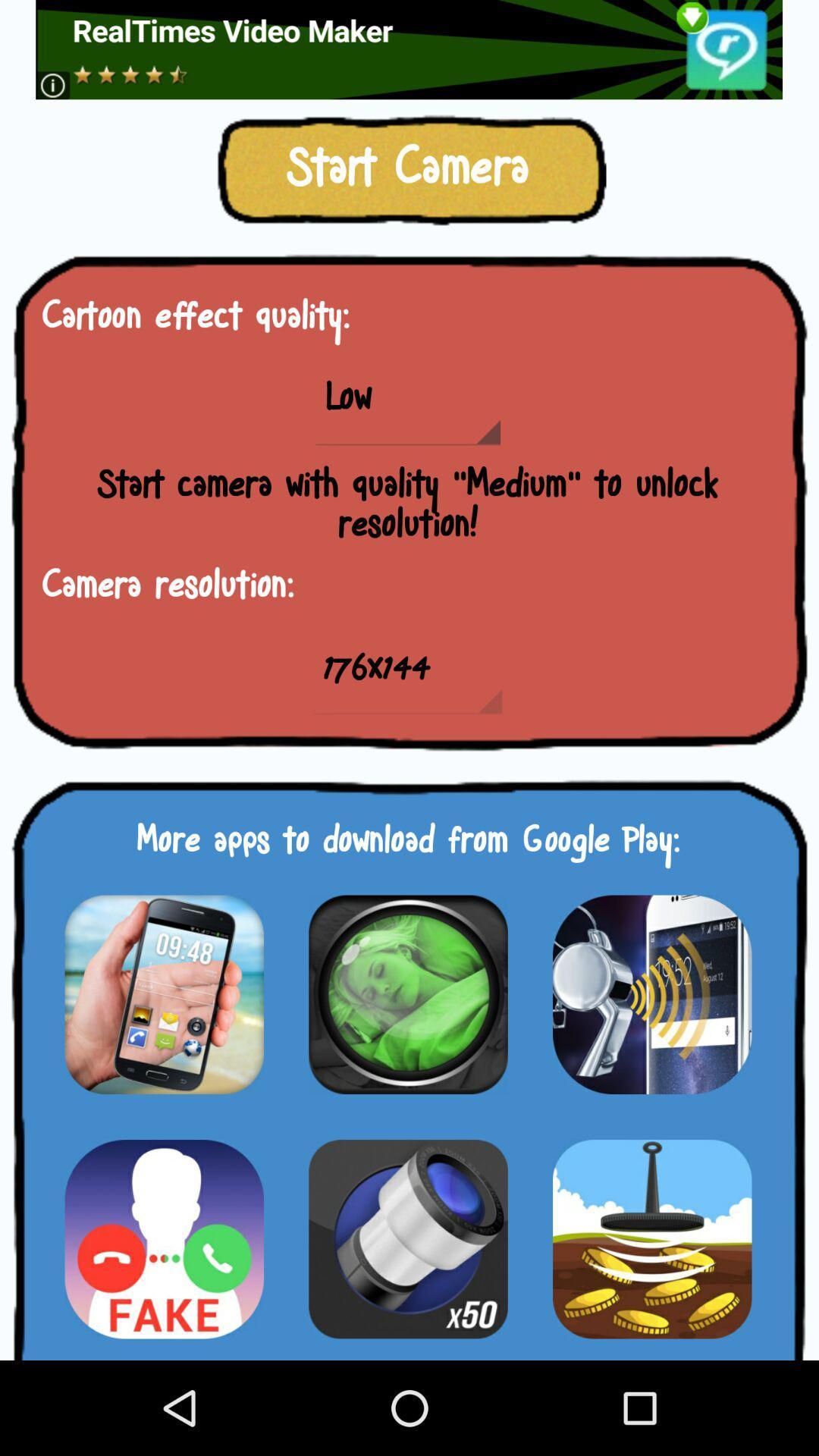  What do you see at coordinates (651, 994) in the screenshot?
I see `app` at bounding box center [651, 994].